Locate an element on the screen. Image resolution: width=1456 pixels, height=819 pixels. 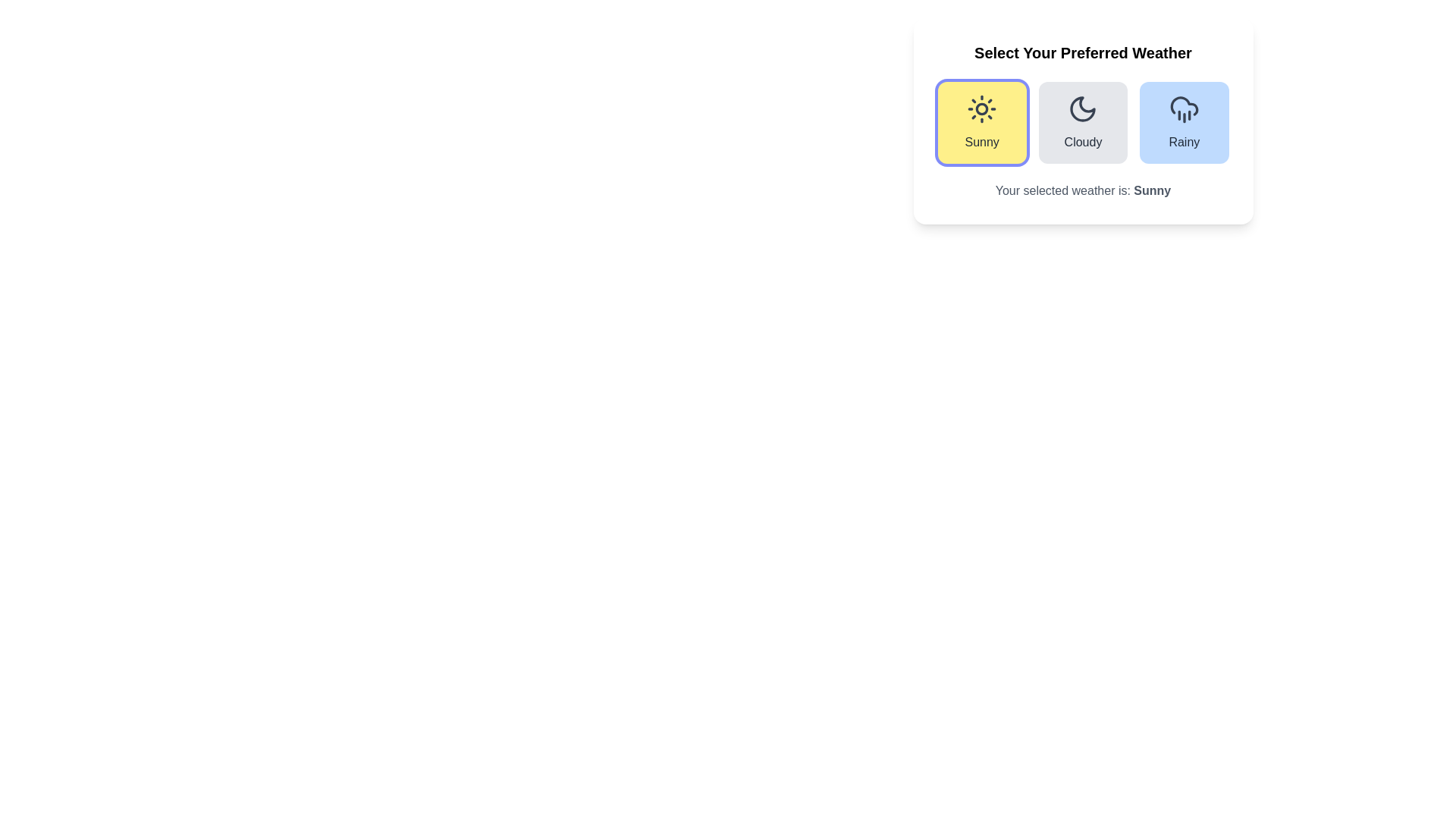
the rainy weather icon in the weather selection UI to trigger visual interaction effects is located at coordinates (1183, 108).